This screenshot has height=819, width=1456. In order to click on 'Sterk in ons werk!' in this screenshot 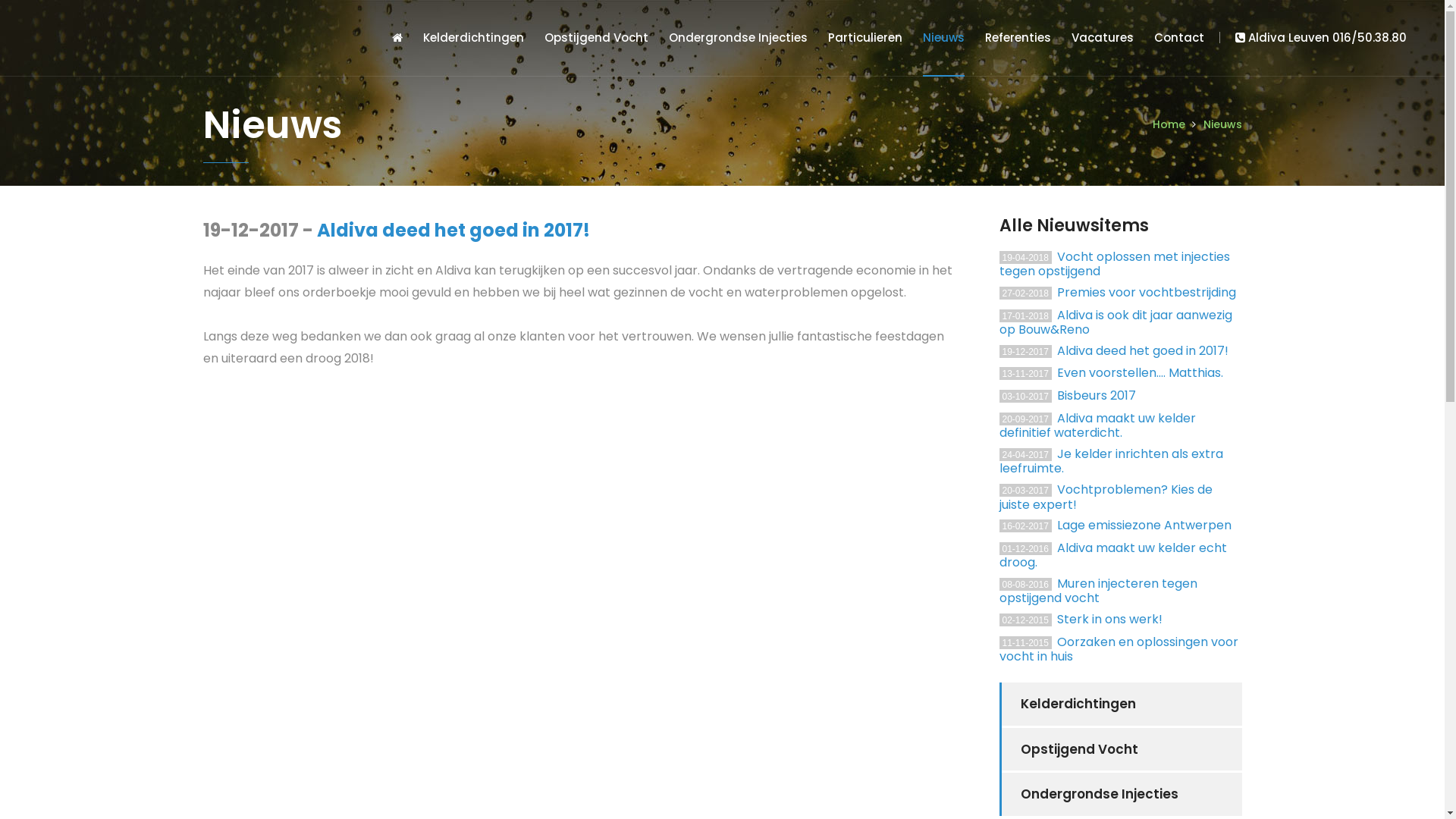, I will do `click(1109, 619)`.